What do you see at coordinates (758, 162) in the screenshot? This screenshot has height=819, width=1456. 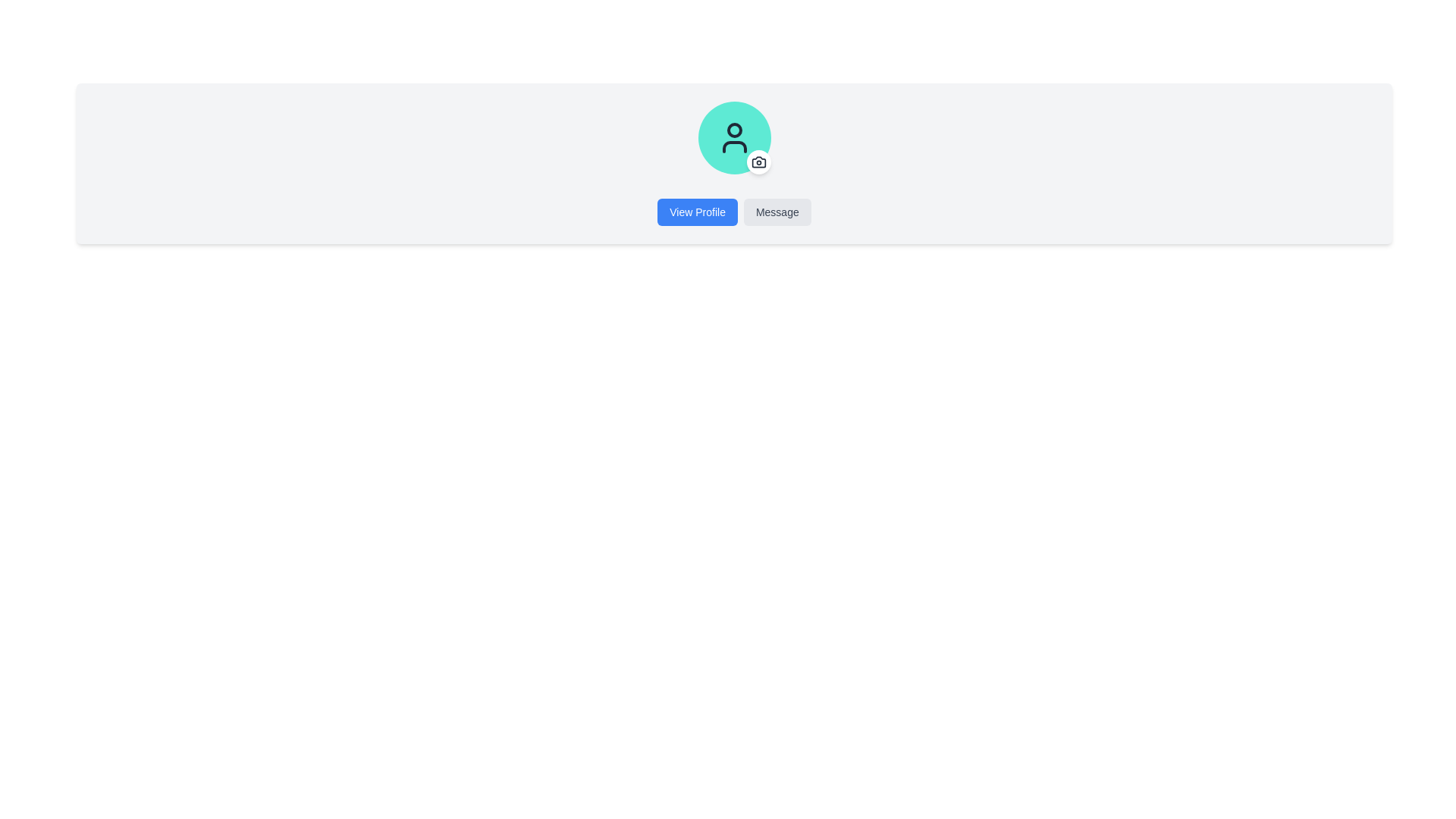 I see `the small circular button with a white background and camera icon at its center, located at the bottom-right corner of the teal circular user profile section` at bounding box center [758, 162].